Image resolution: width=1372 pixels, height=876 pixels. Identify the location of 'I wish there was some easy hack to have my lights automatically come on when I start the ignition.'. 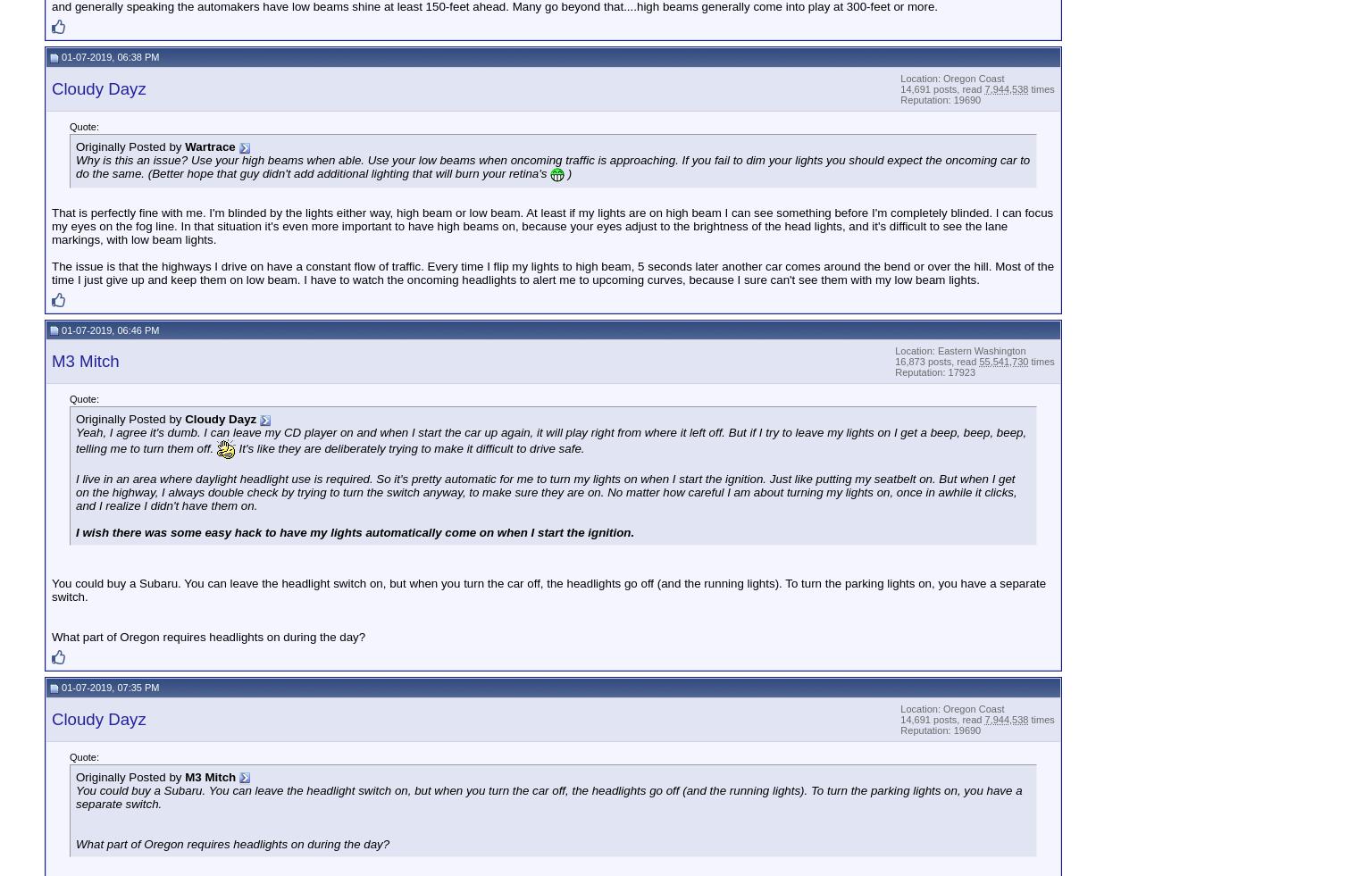
(355, 532).